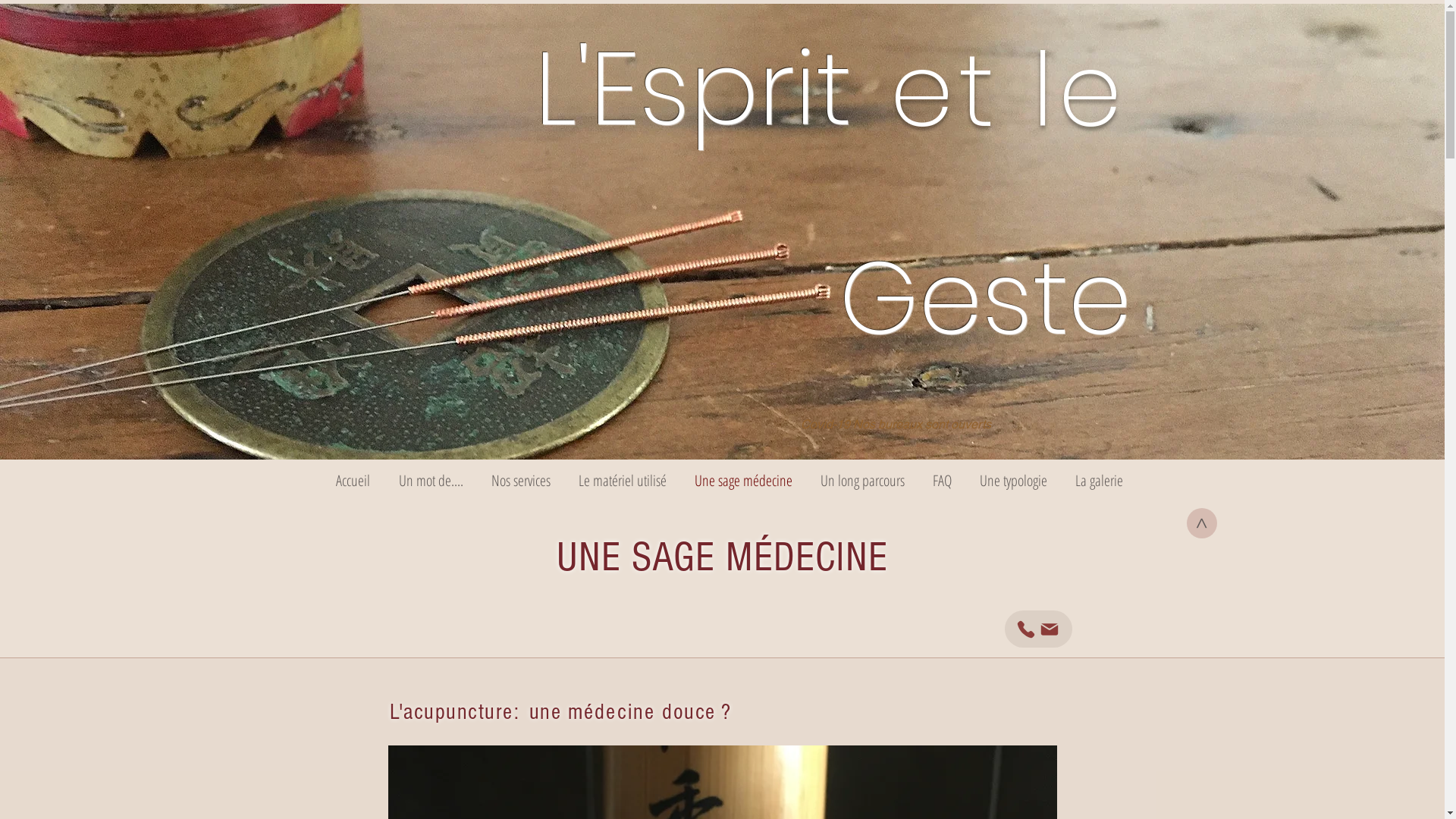 The width and height of the screenshot is (1456, 819). Describe the element at coordinates (918, 480) in the screenshot. I see `'FAQ'` at that location.